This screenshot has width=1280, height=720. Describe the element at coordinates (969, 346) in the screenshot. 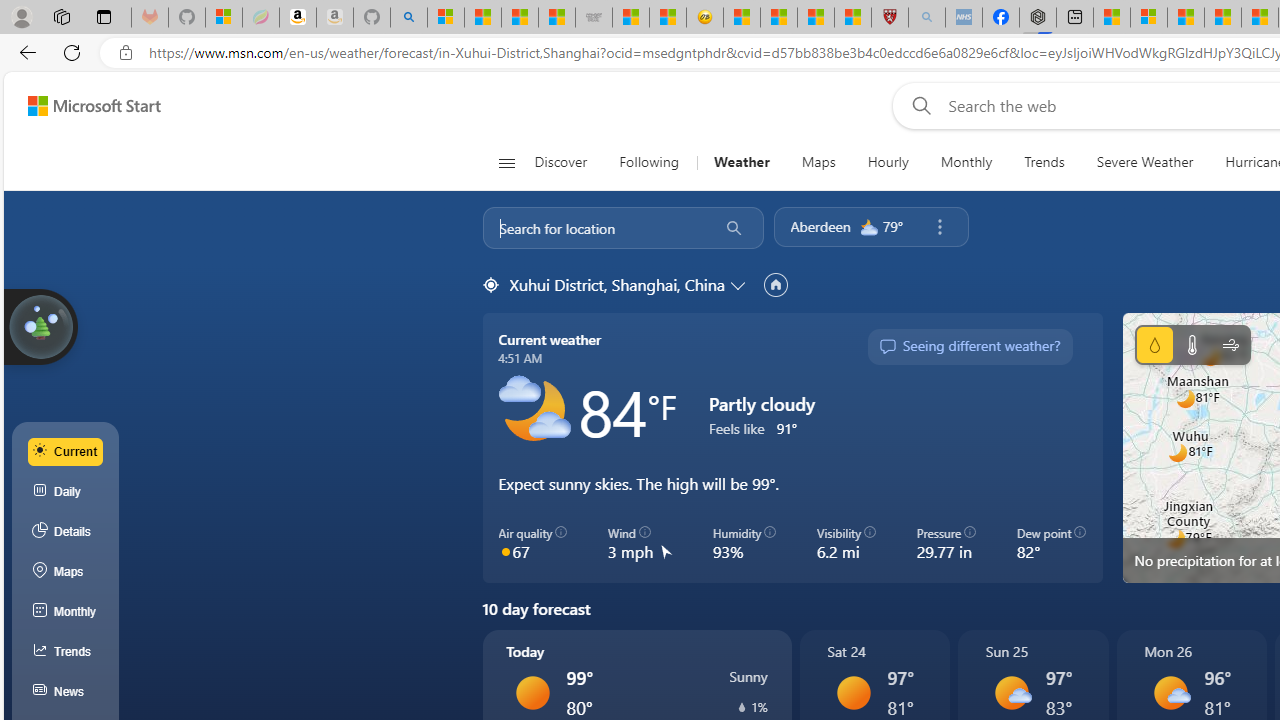

I see `'Seeing different weather?'` at that location.